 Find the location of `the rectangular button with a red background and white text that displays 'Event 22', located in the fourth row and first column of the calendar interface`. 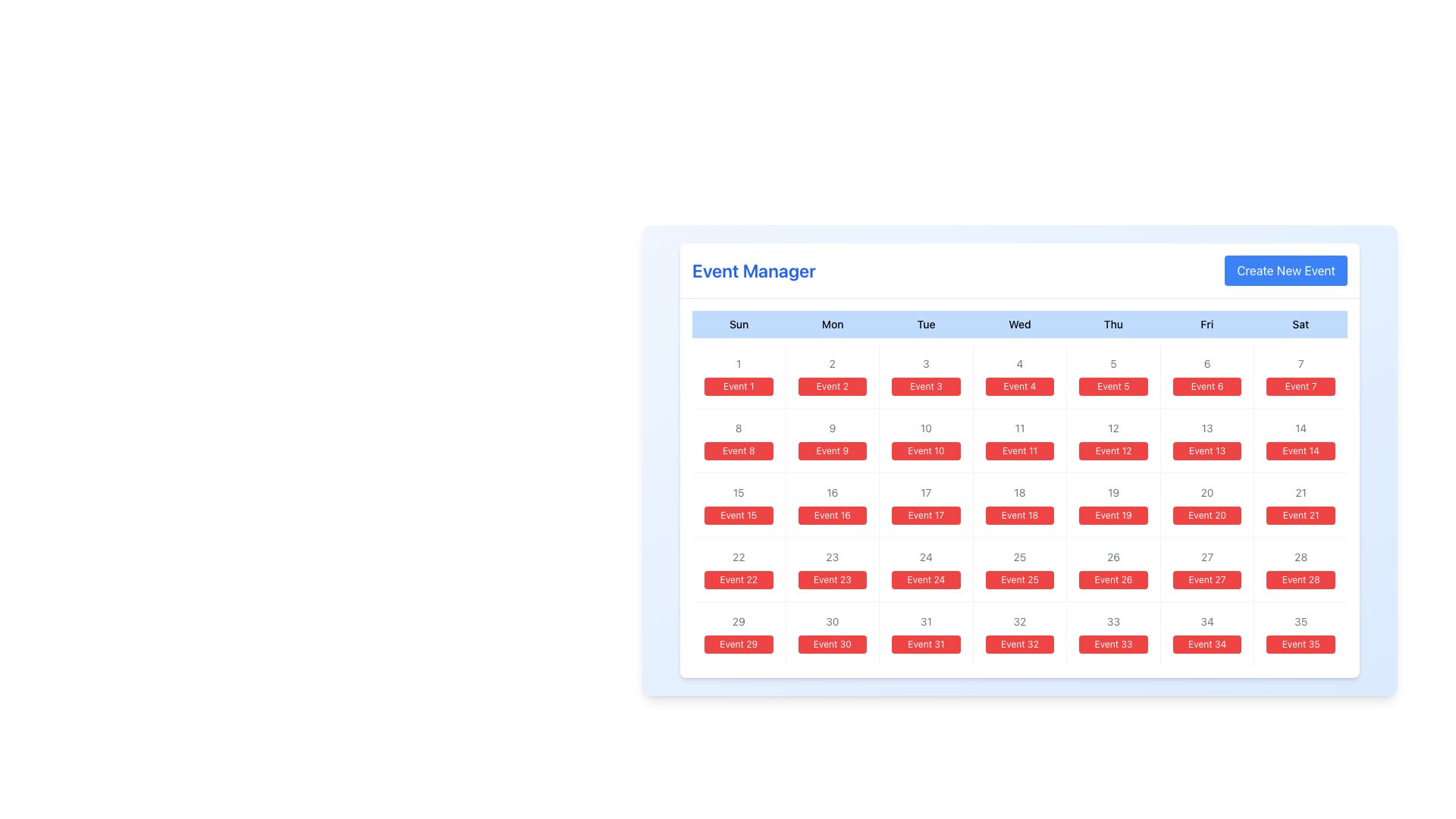

the rectangular button with a red background and white text that displays 'Event 22', located in the fourth row and first column of the calendar interface is located at coordinates (739, 579).